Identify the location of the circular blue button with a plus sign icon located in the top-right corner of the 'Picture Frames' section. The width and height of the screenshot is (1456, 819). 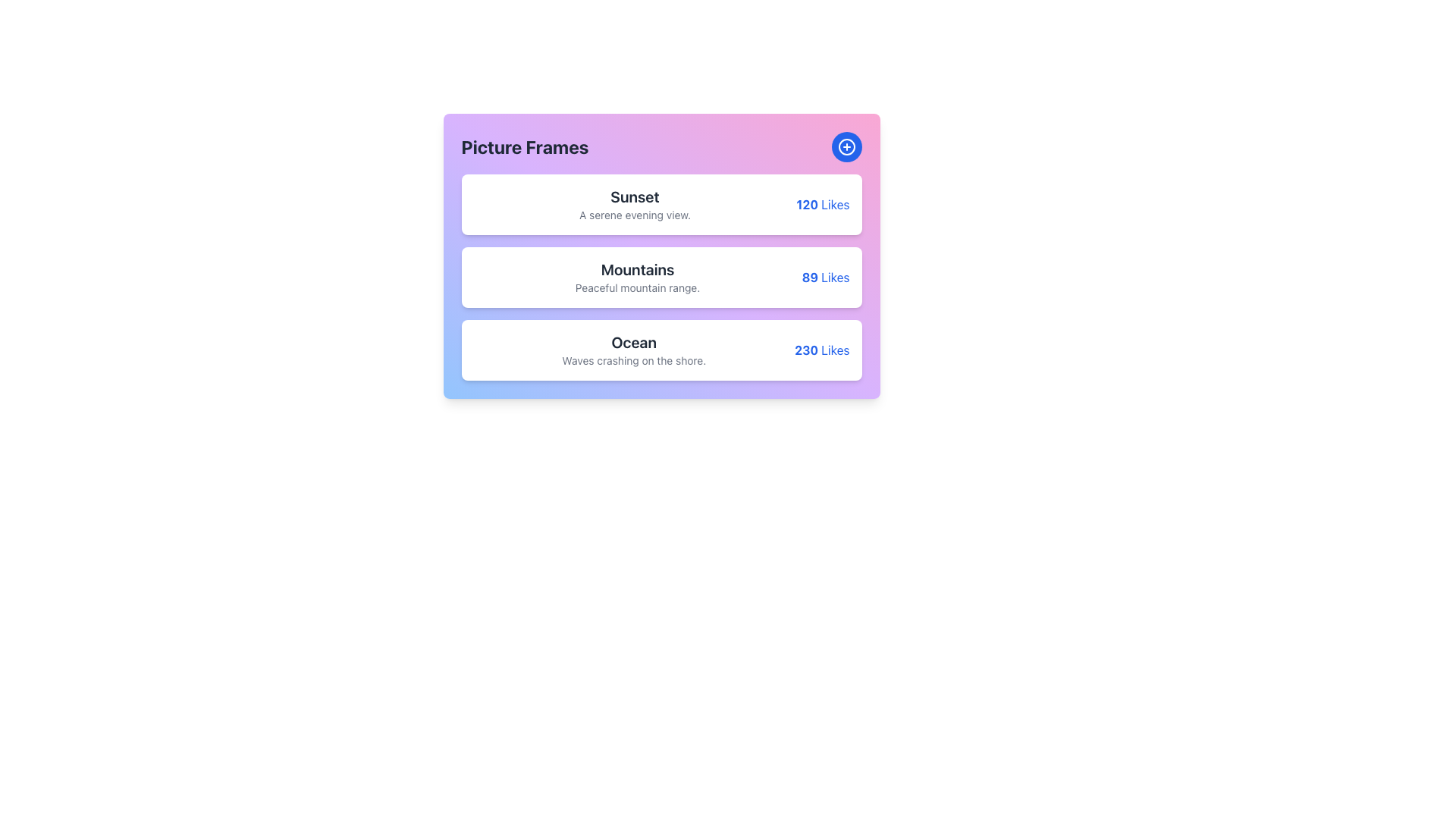
(846, 146).